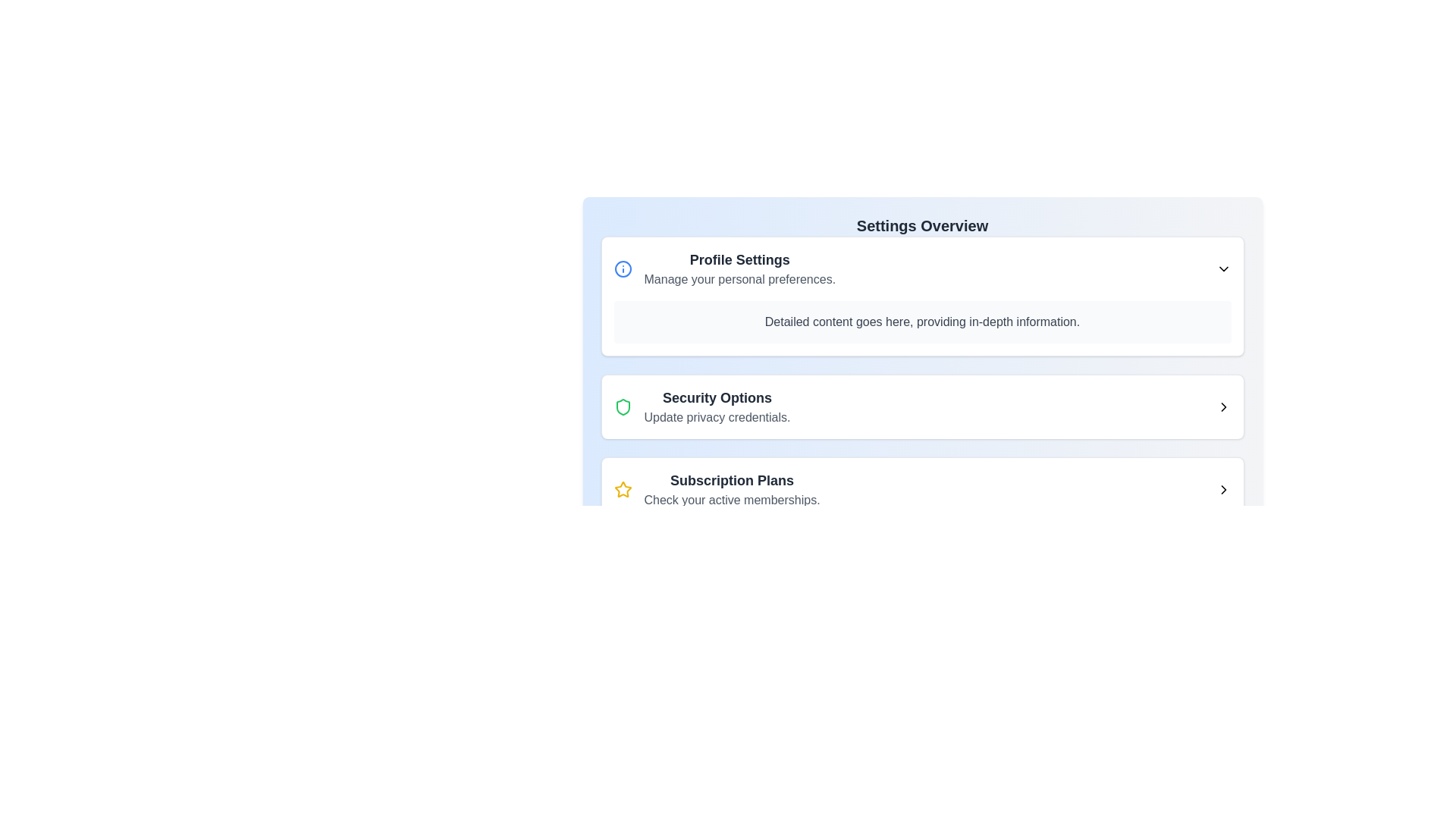  What do you see at coordinates (623, 406) in the screenshot?
I see `the decorative security icon located in the central column of the Settings Overview panel, in the 'Security Options' section` at bounding box center [623, 406].